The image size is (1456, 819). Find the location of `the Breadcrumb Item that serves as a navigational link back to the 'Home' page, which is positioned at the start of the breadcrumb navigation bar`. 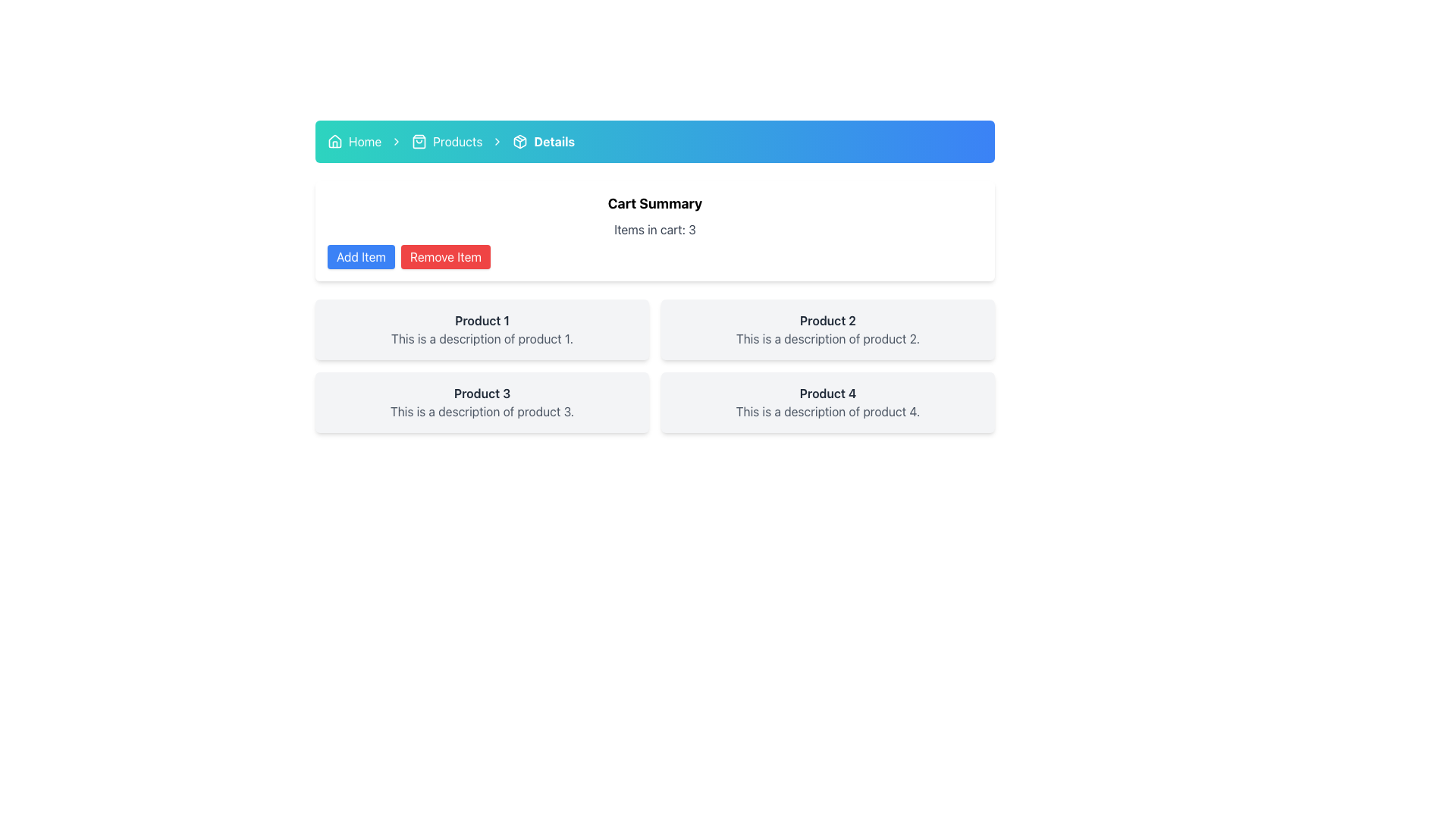

the Breadcrumb Item that serves as a navigational link back to the 'Home' page, which is positioned at the start of the breadcrumb navigation bar is located at coordinates (353, 141).